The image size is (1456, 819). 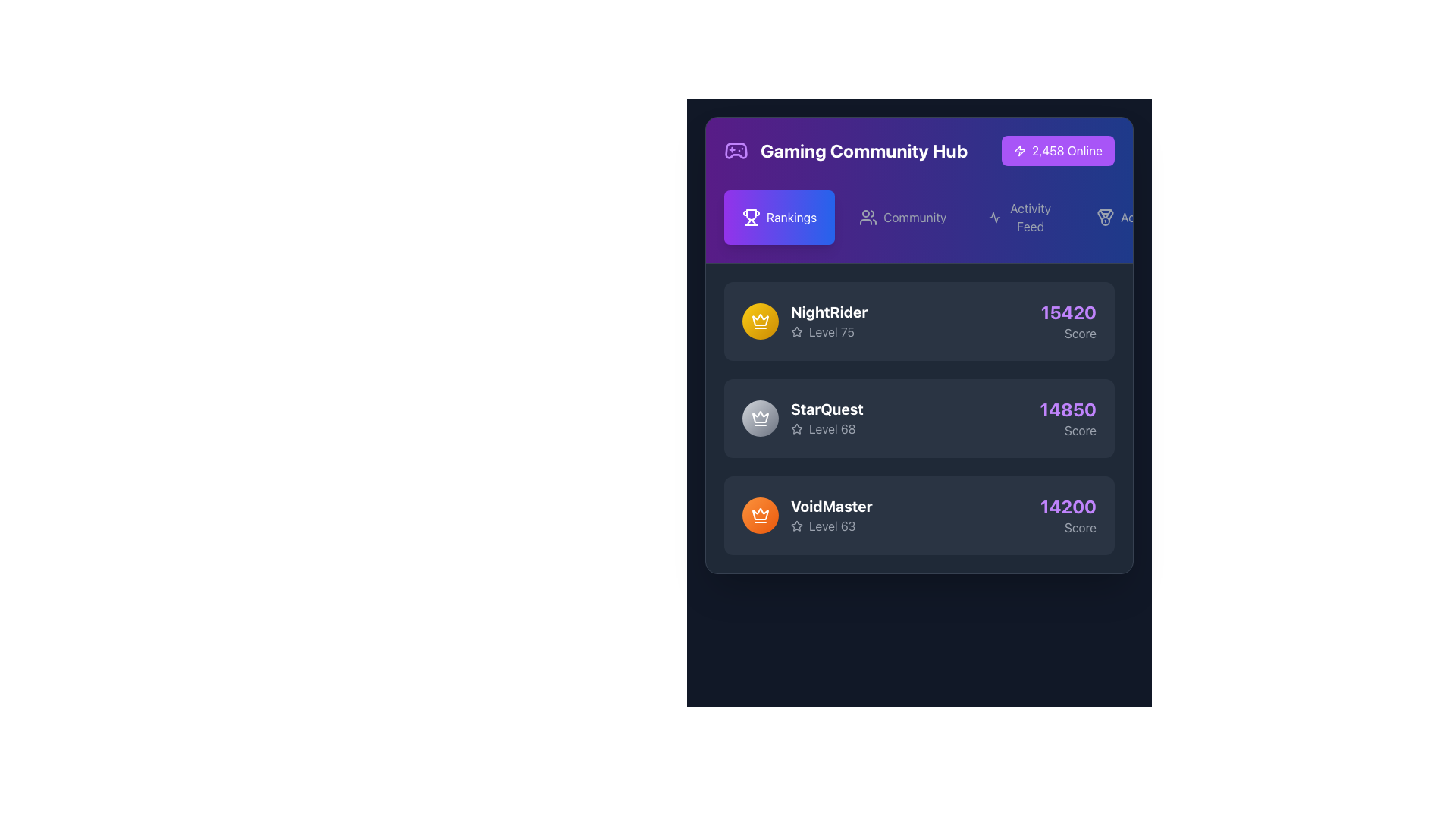 I want to click on the 'Activity Feed' text label located in the header section of the user interface, so click(x=1030, y=217).